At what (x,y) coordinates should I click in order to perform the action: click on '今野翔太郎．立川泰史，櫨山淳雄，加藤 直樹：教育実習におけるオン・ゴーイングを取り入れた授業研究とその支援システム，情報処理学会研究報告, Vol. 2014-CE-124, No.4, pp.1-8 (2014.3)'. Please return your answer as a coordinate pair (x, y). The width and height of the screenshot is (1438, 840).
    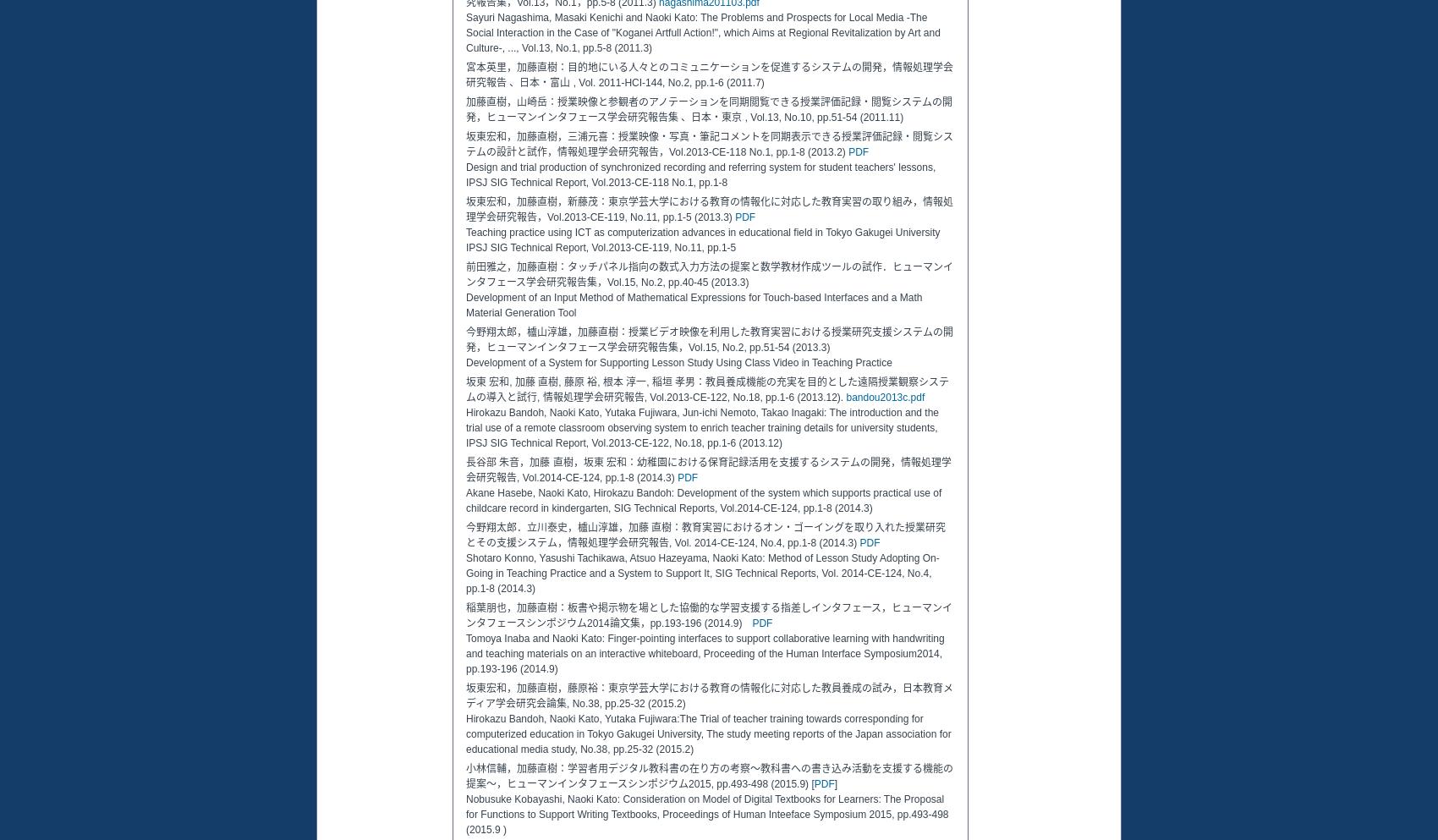
    Looking at the image, I should click on (464, 535).